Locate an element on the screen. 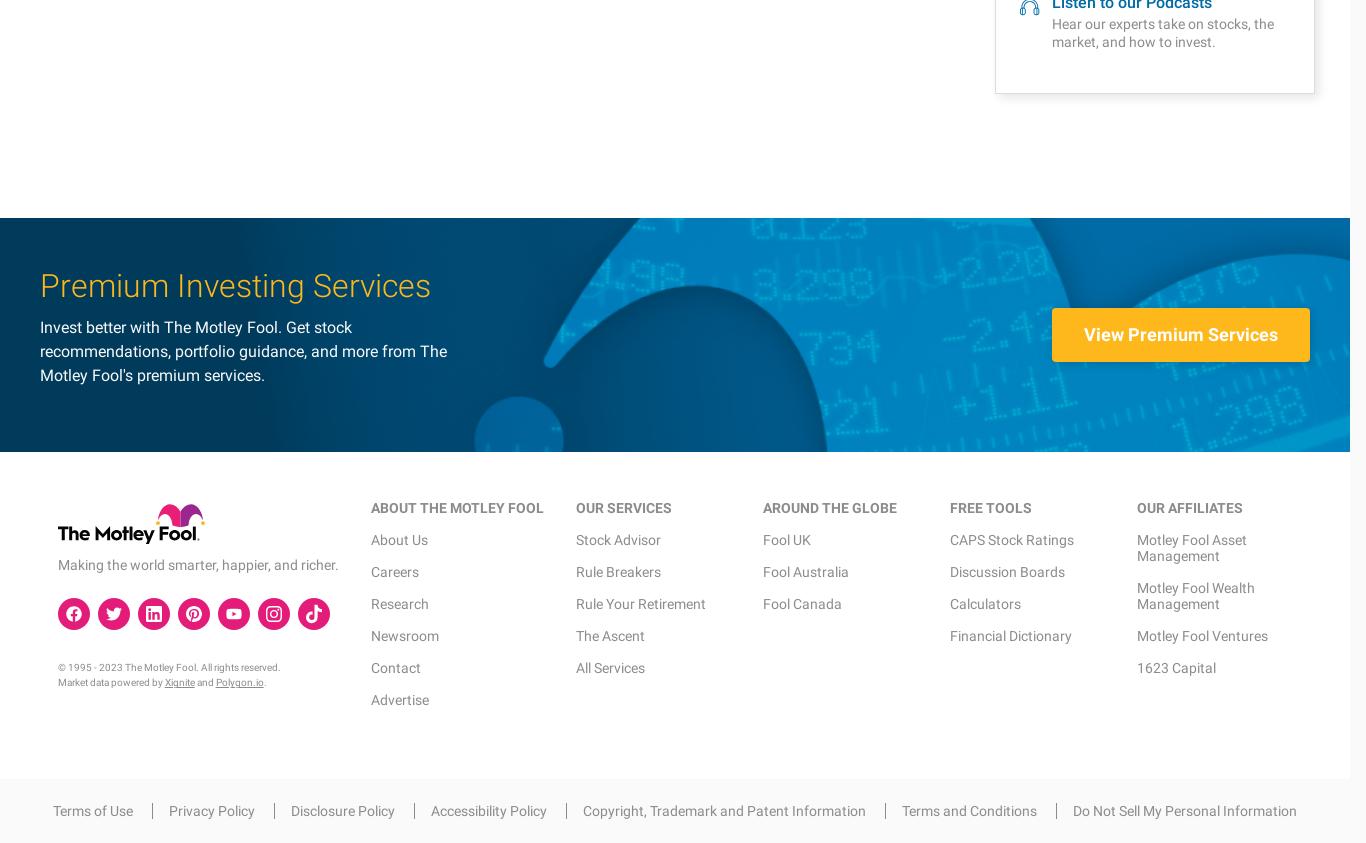  'Careers' is located at coordinates (392, 116).